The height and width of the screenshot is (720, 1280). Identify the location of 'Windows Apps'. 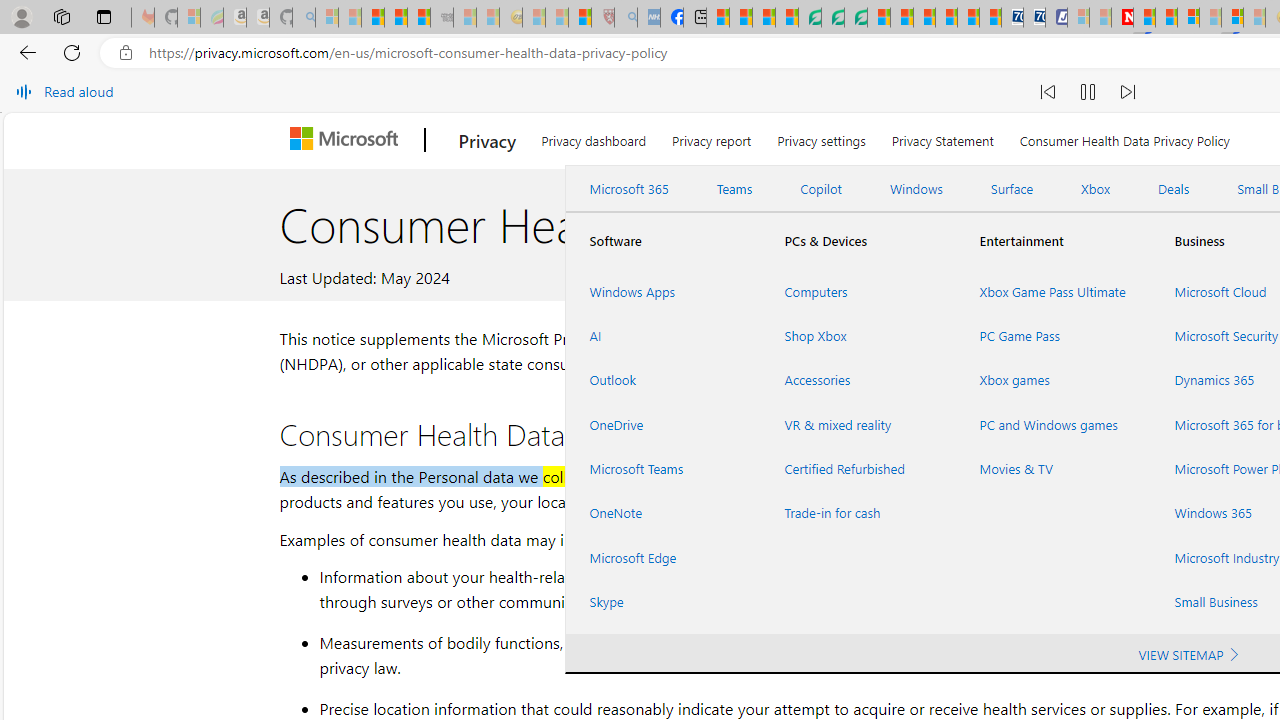
(663, 291).